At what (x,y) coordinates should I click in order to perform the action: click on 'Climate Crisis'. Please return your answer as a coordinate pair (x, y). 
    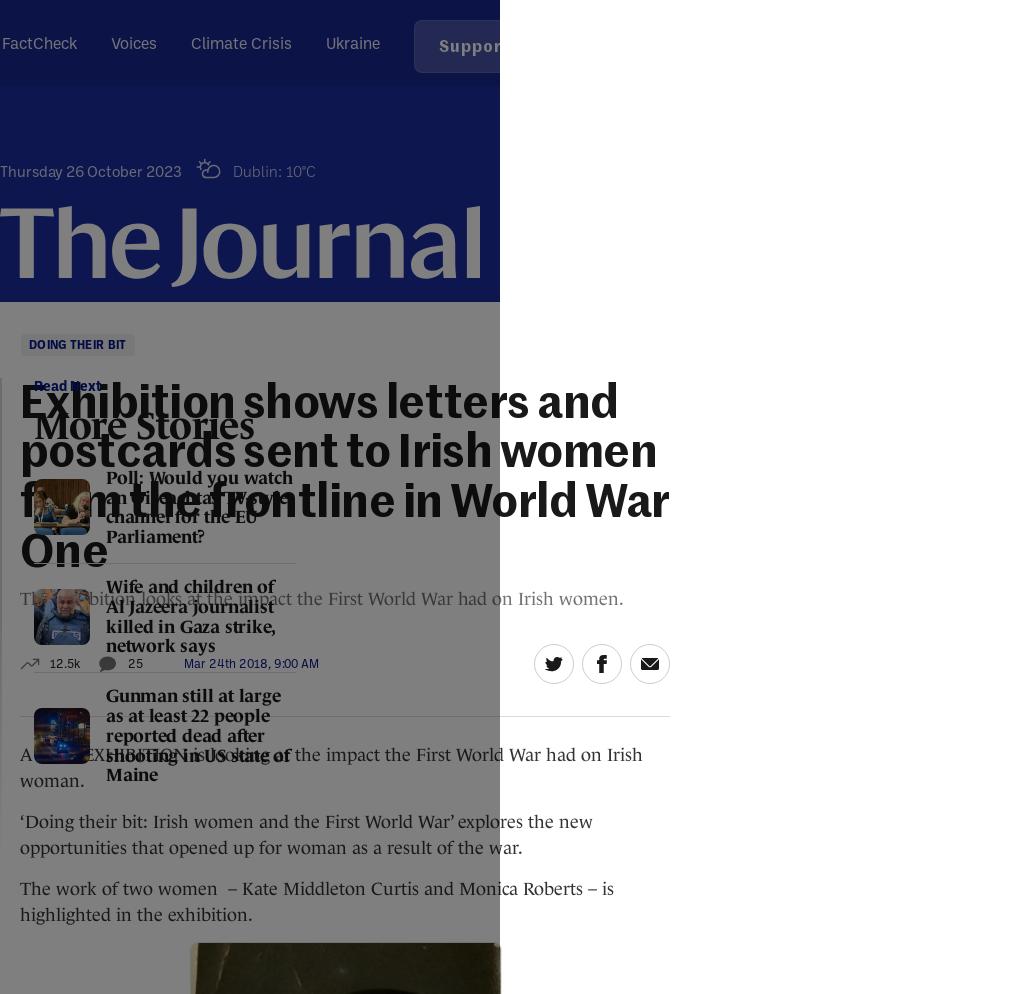
    Looking at the image, I should click on (241, 41).